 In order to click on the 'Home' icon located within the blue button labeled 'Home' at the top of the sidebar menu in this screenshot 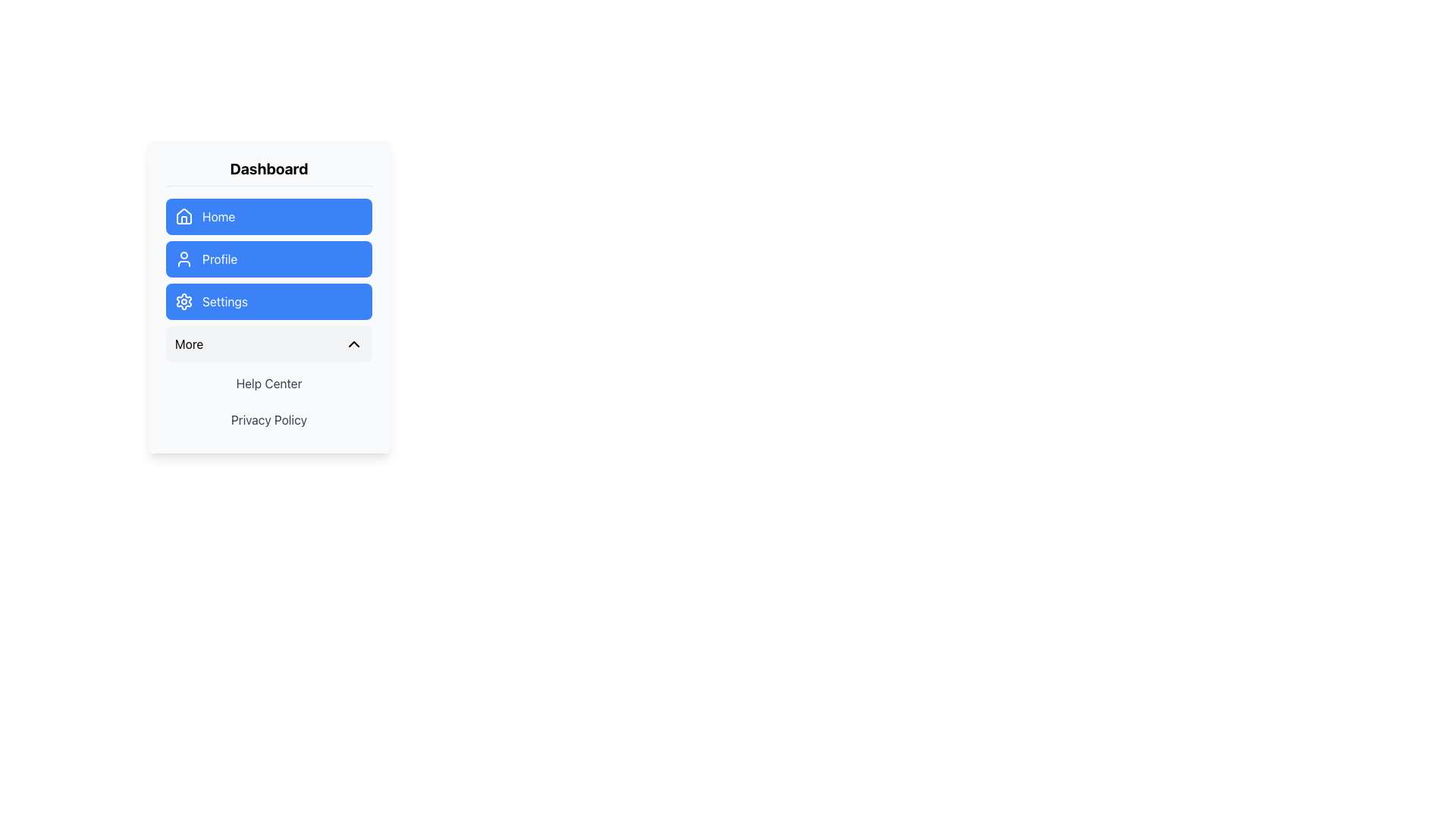, I will do `click(184, 216)`.